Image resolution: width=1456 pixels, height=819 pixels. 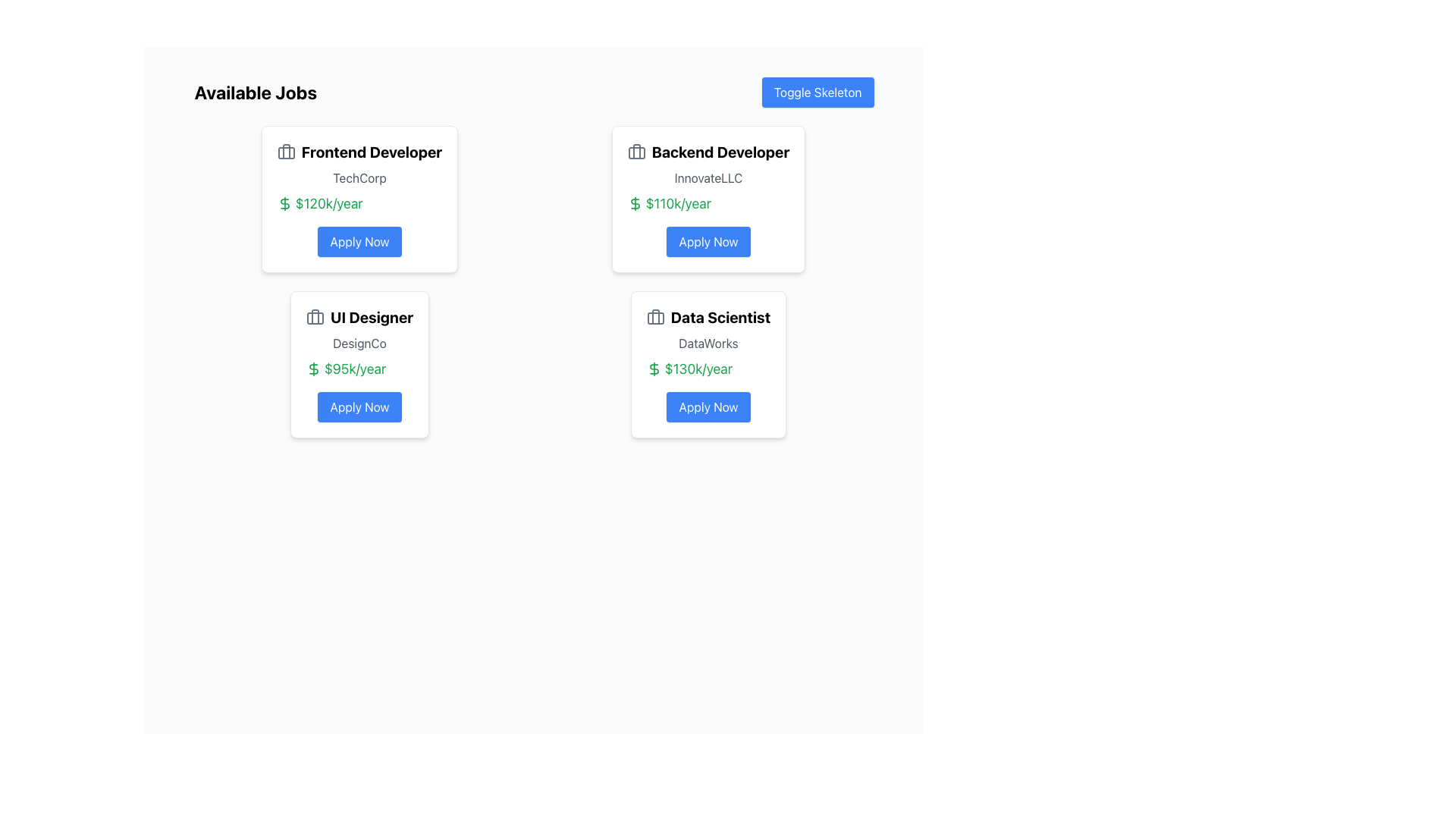 What do you see at coordinates (359, 241) in the screenshot?
I see `the blue button labeled 'Apply Now' located at the bottom of the job listing card for the Frontend Developer position at TechCorp to proceed with the application process` at bounding box center [359, 241].